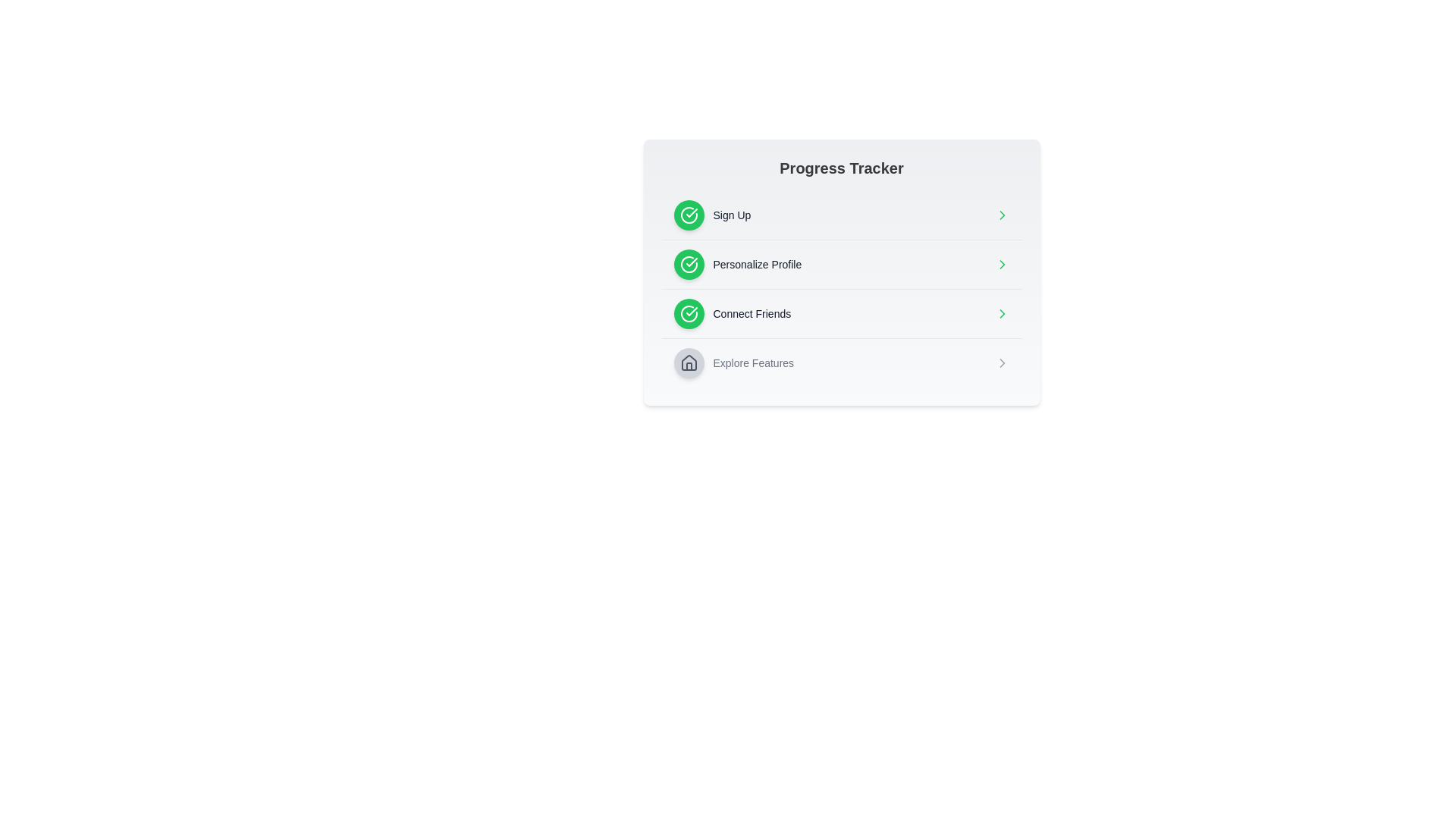  What do you see at coordinates (688, 312) in the screenshot?
I see `the Indicator Icon, which is a circular icon with a green background and a white checkmark, located on the third row of the 'Progress Tracker' panel` at bounding box center [688, 312].